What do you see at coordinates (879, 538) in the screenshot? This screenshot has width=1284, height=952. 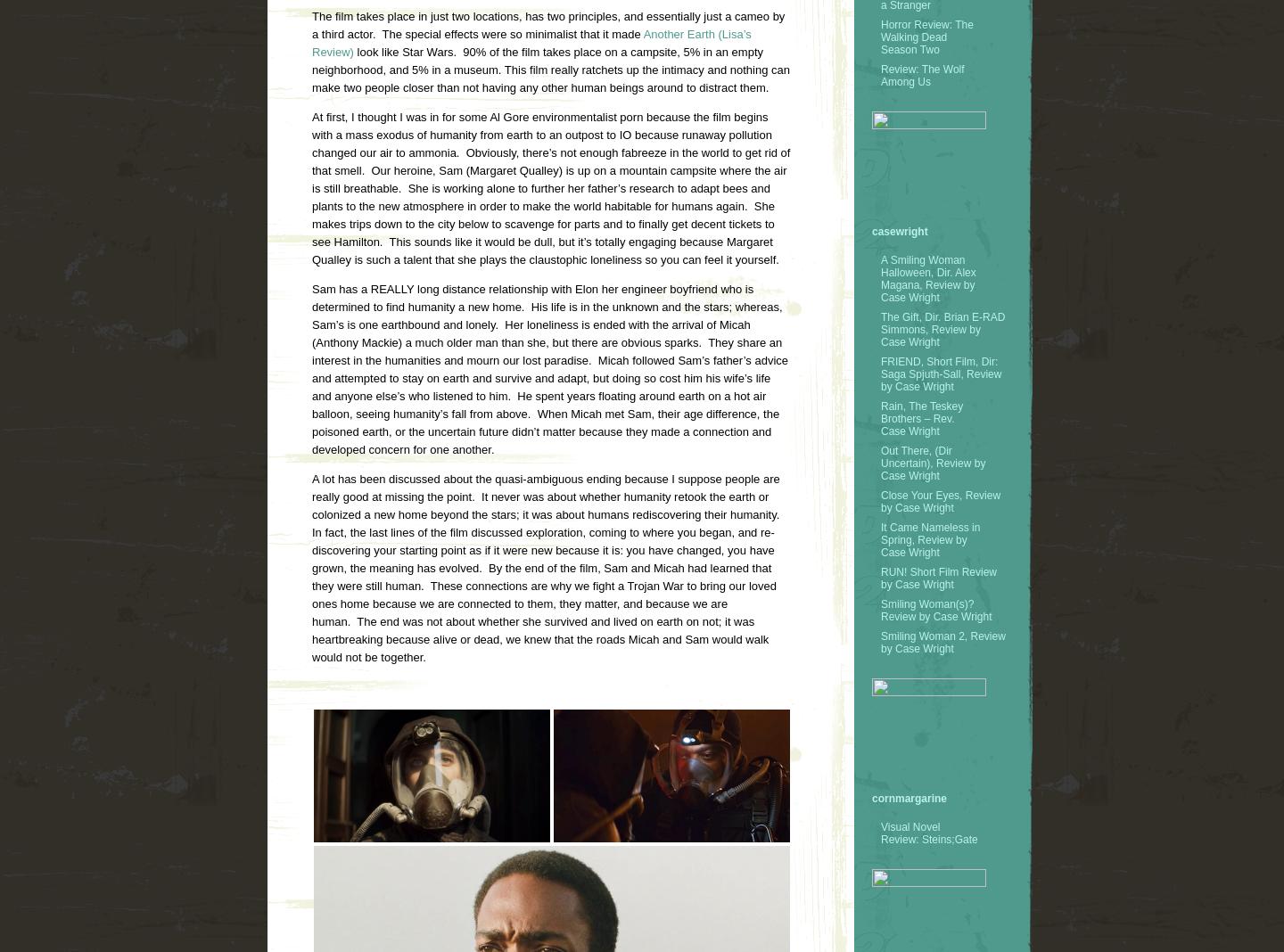 I see `'It Came Nameless in Spring, Review by Case Wright'` at bounding box center [879, 538].